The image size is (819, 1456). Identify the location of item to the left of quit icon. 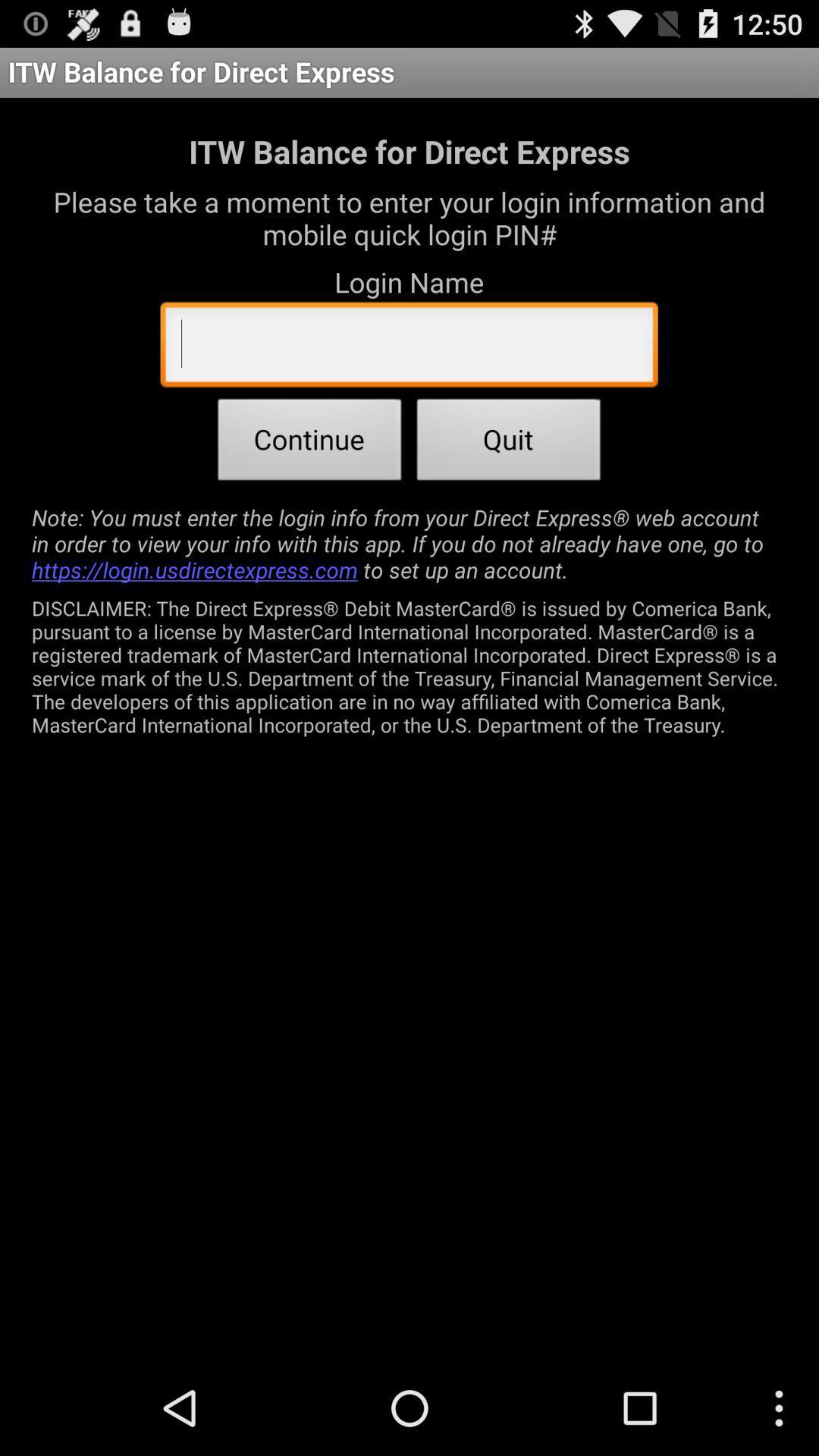
(309, 443).